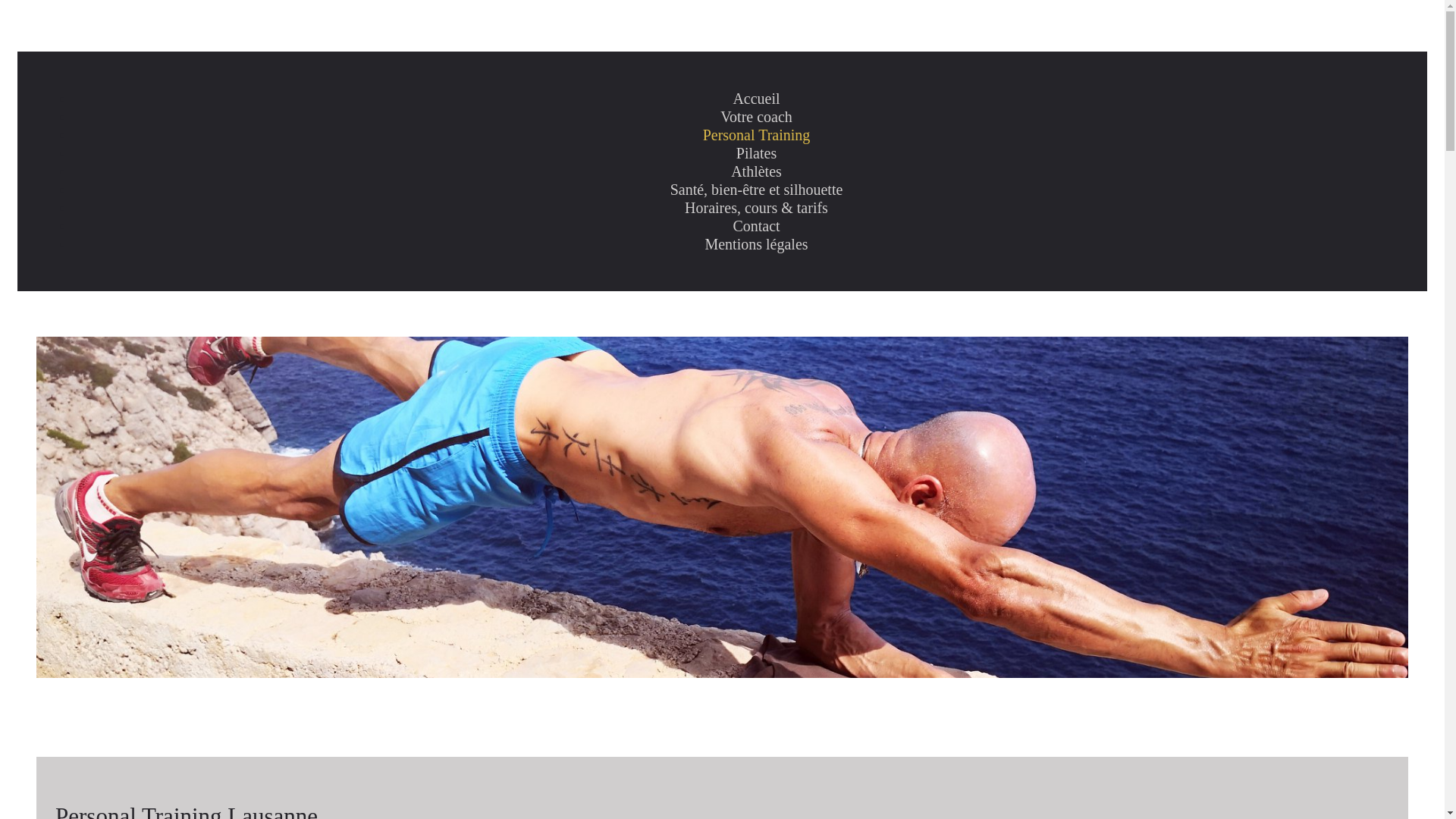  Describe the element at coordinates (757, 133) in the screenshot. I see `'Personal Training'` at that location.